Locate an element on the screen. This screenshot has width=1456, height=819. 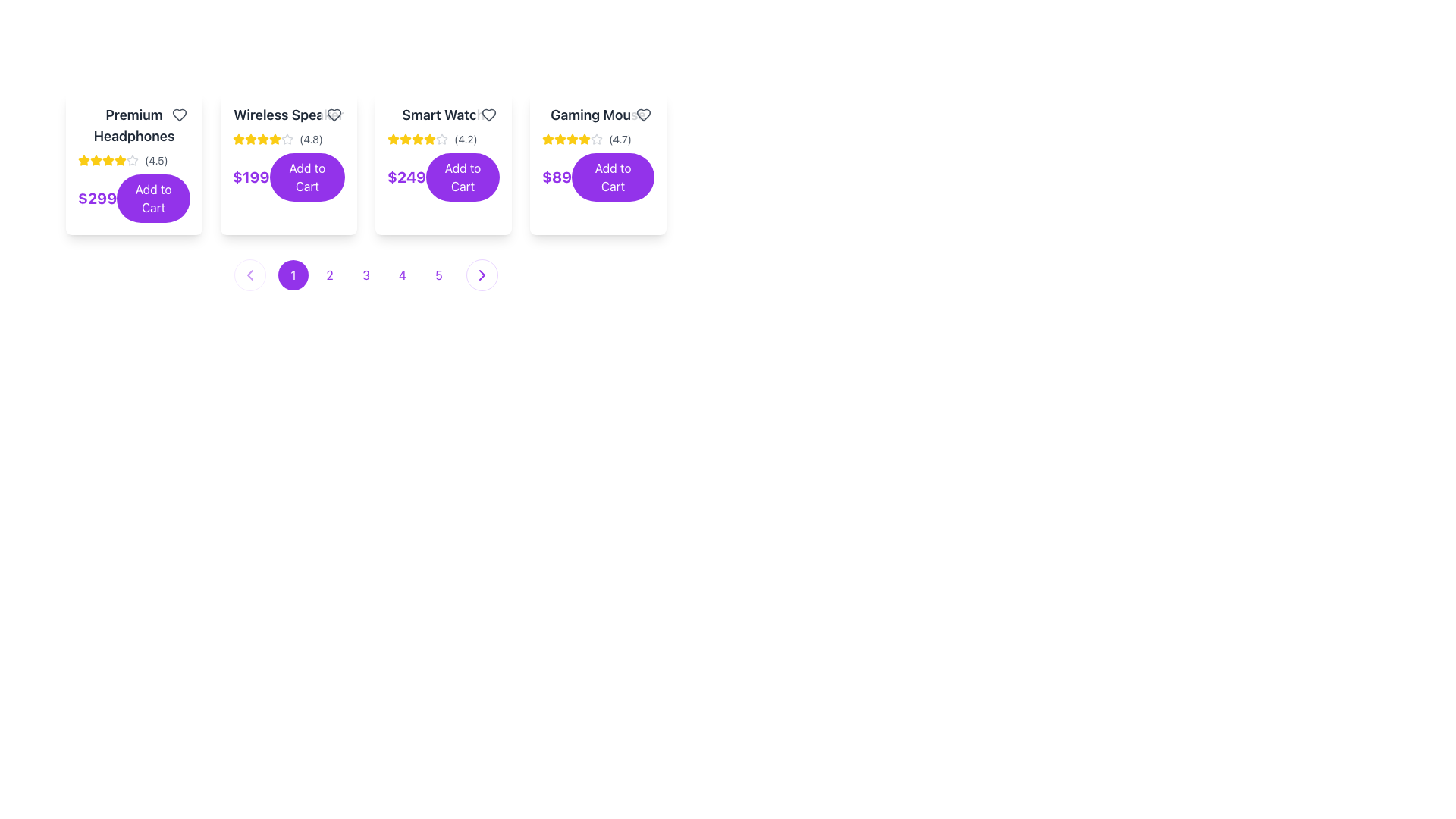
the 'favorite' or 'wishlist' button located at the top-right corner of the 'Premium Headphones' card, which is visible above the rating stars is located at coordinates (179, 114).